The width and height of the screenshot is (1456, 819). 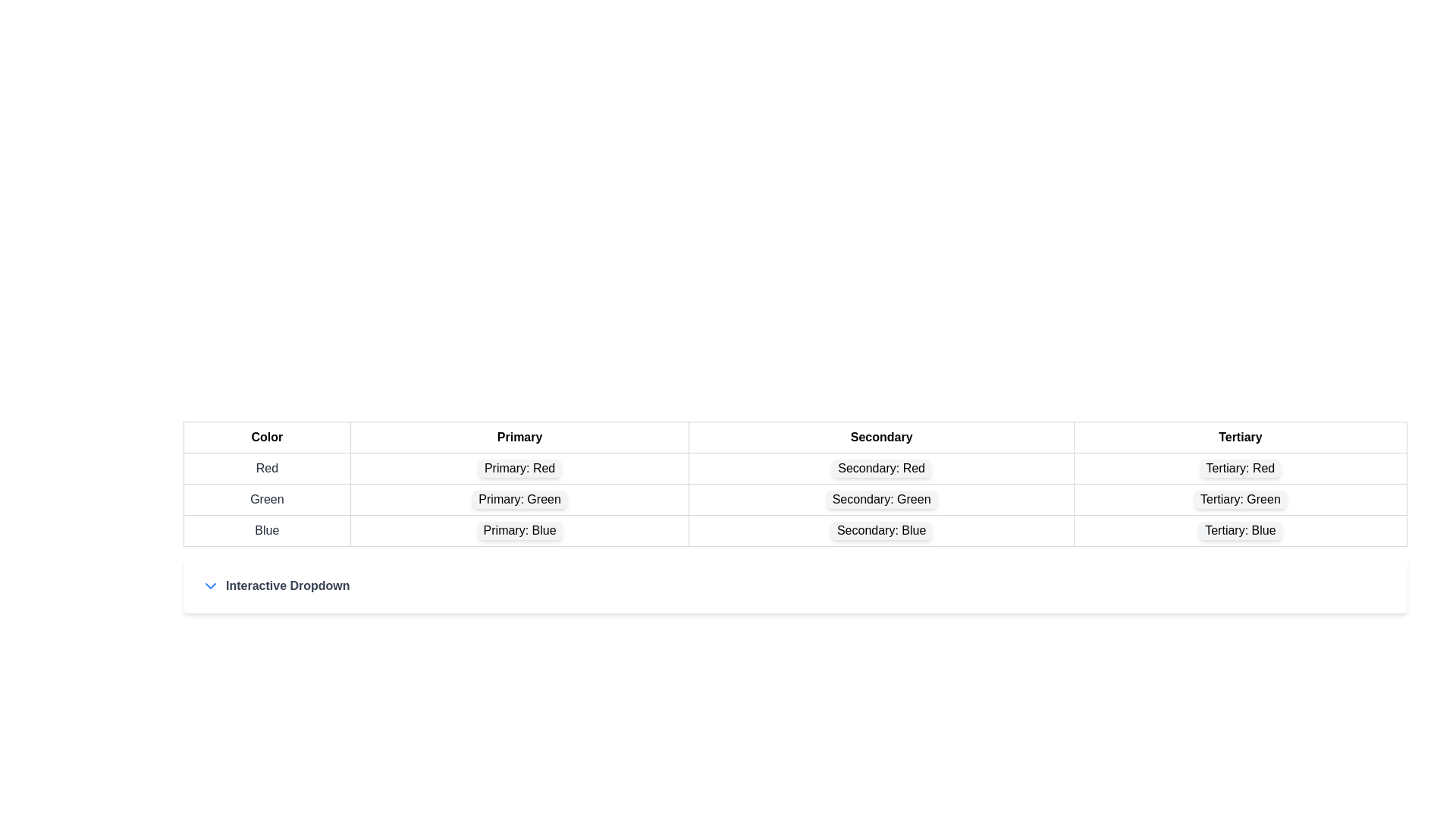 I want to click on the header cell for the 'Primary' column, so click(x=519, y=438).